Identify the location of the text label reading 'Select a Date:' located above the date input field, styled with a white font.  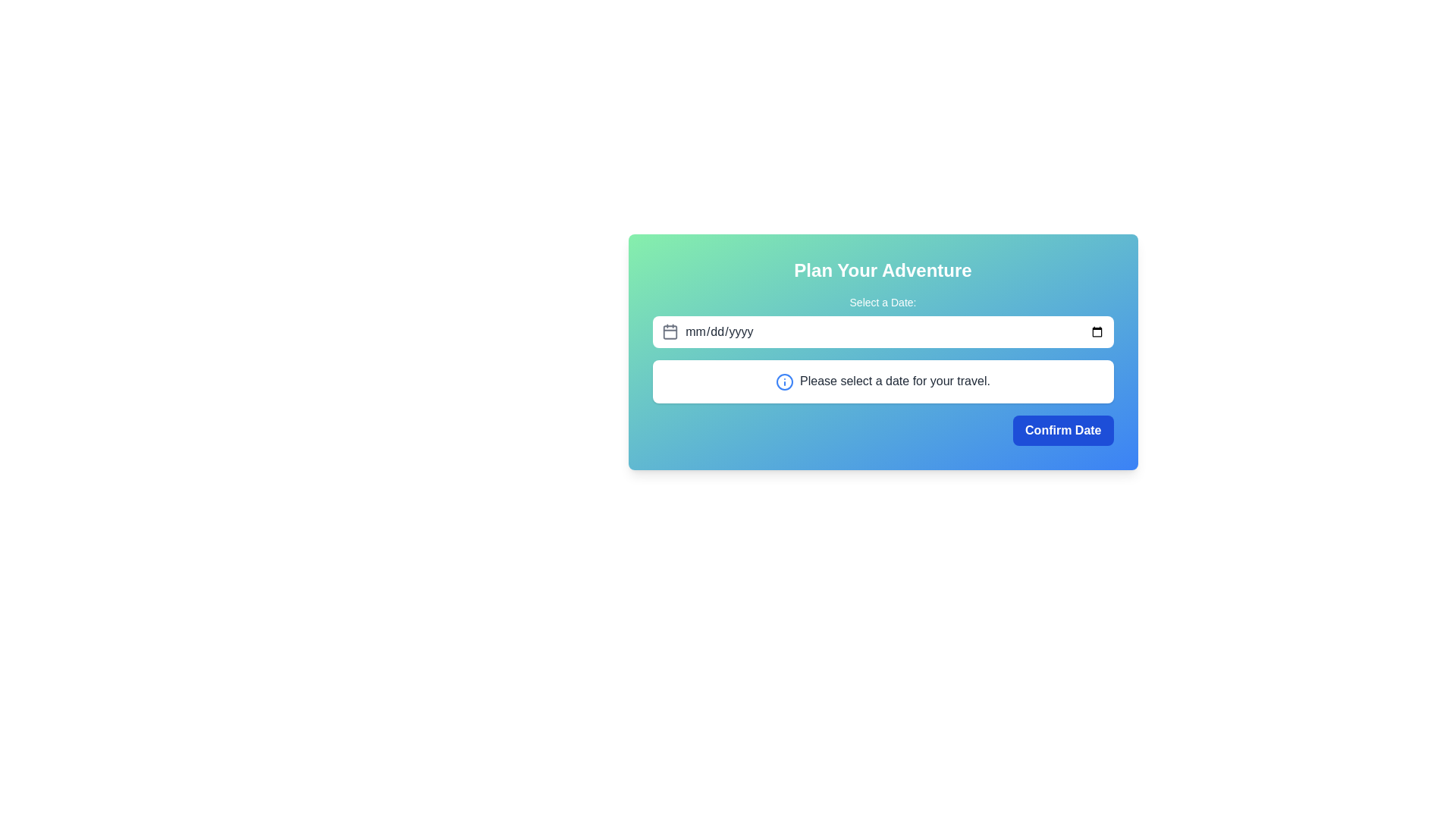
(883, 321).